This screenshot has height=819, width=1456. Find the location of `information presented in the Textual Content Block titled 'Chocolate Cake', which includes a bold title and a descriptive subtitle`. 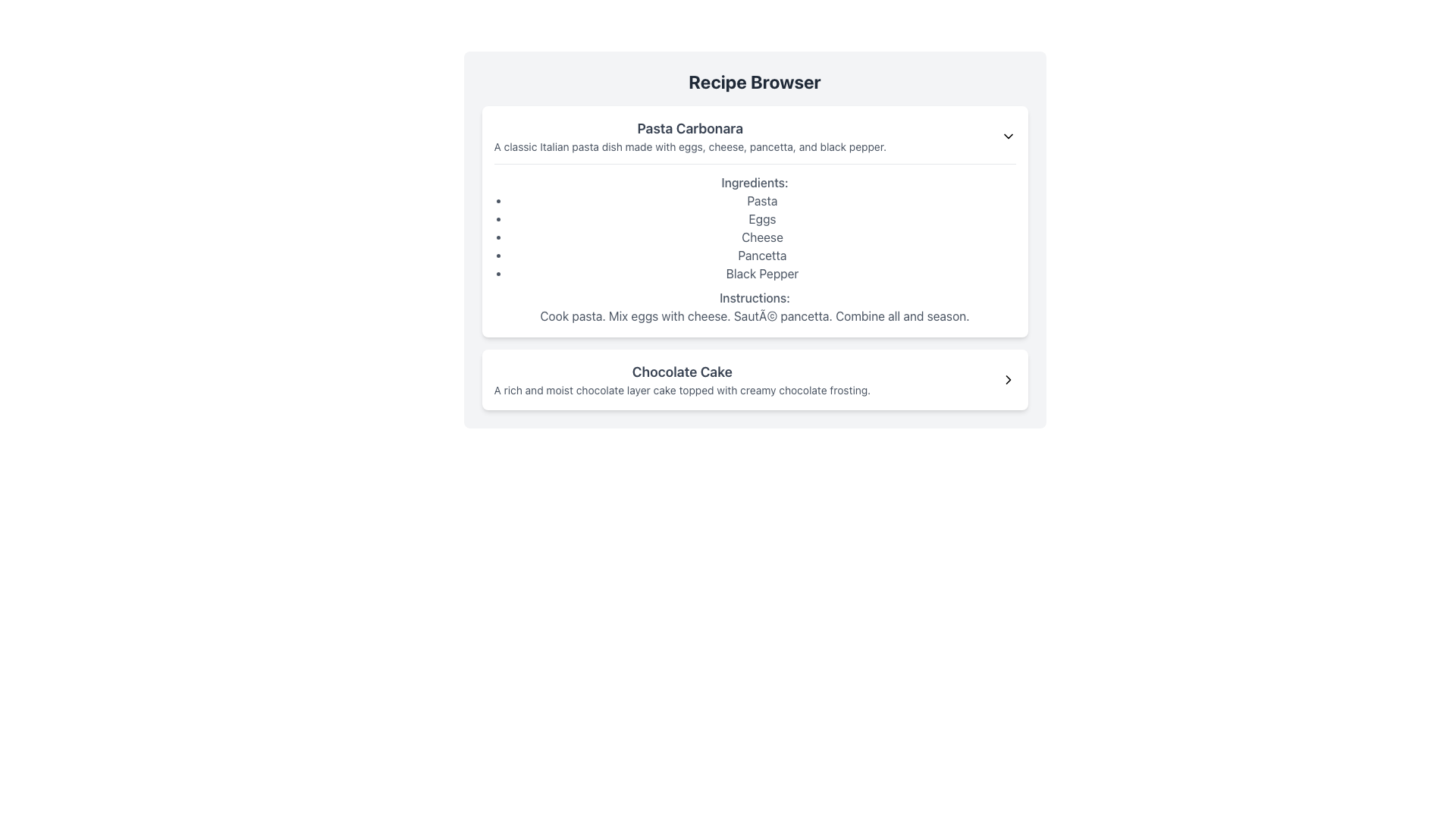

information presented in the Textual Content Block titled 'Chocolate Cake', which includes a bold title and a descriptive subtitle is located at coordinates (681, 379).